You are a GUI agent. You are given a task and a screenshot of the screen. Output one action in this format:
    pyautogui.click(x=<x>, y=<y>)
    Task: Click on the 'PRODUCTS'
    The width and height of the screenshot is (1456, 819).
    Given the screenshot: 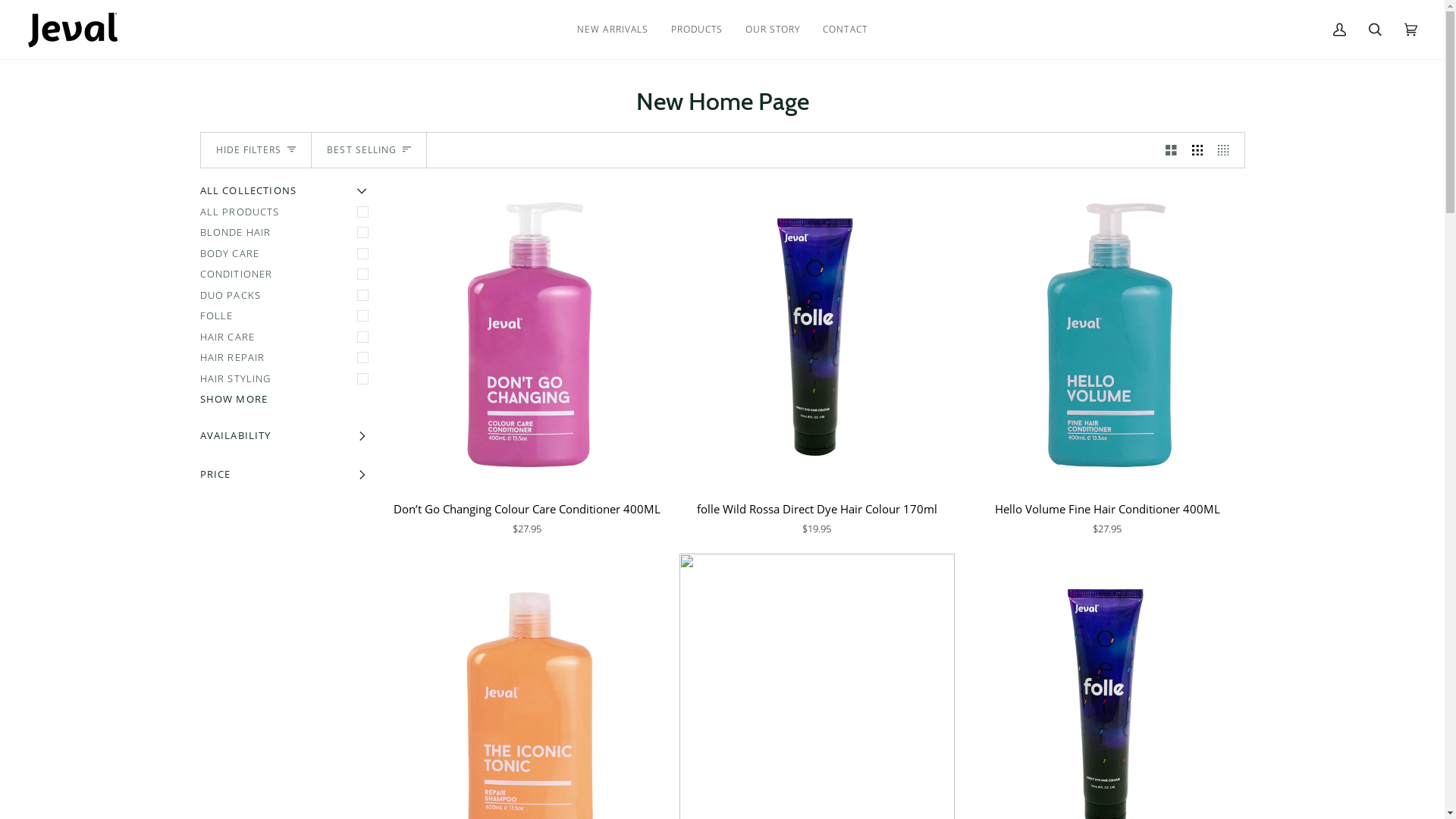 What is the action you would take?
    pyautogui.click(x=659, y=29)
    